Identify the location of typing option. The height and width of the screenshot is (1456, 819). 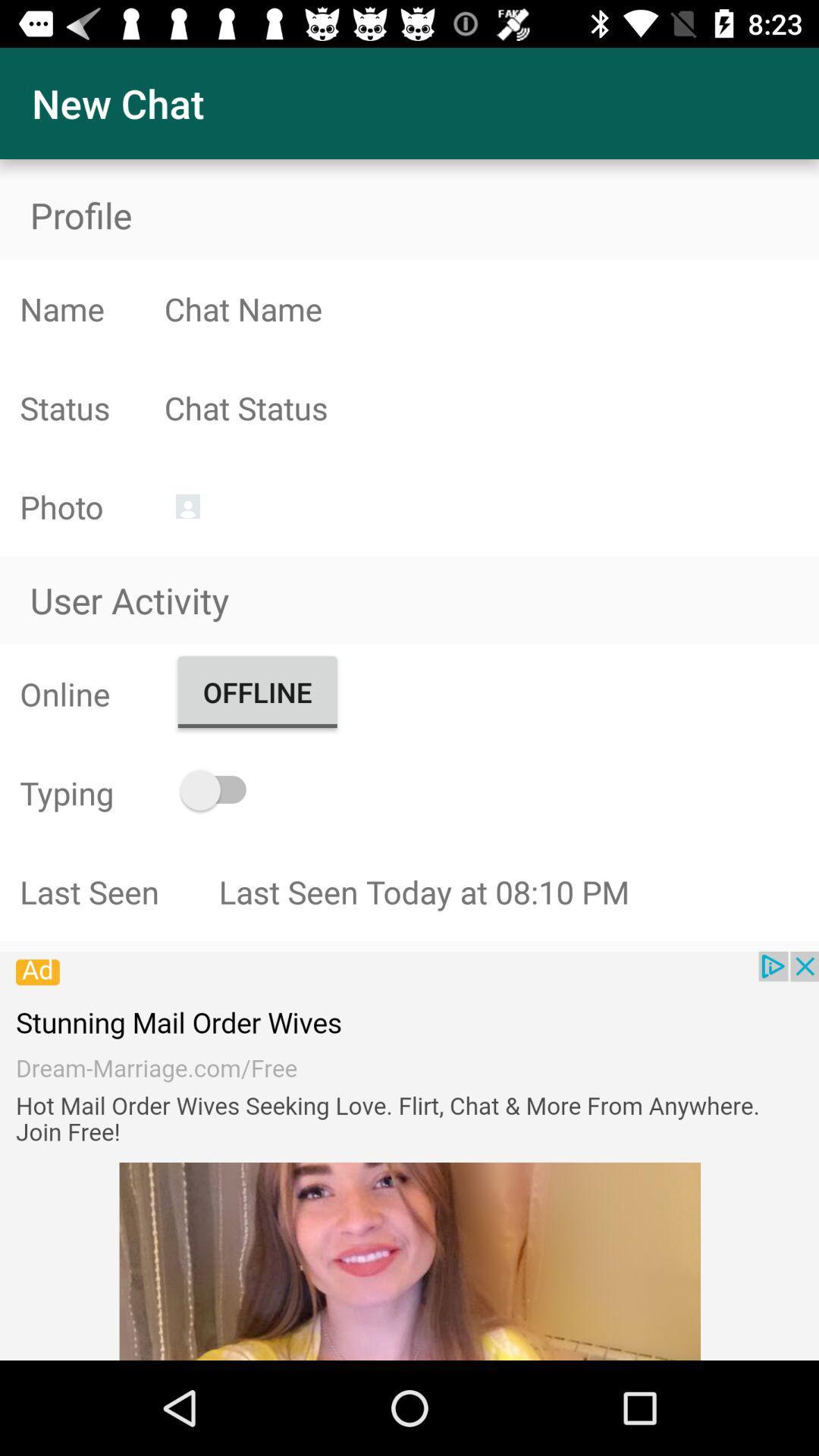
(220, 789).